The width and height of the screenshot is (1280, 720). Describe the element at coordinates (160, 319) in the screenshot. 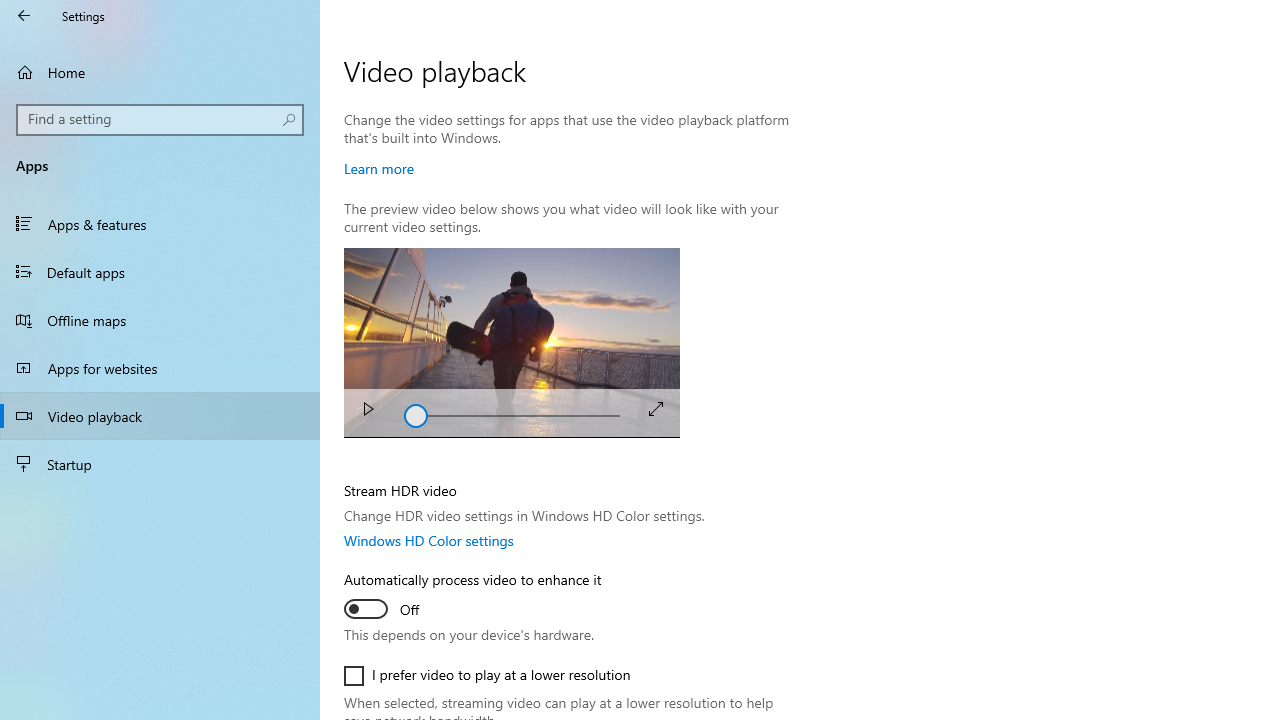

I see `'Offline maps'` at that location.